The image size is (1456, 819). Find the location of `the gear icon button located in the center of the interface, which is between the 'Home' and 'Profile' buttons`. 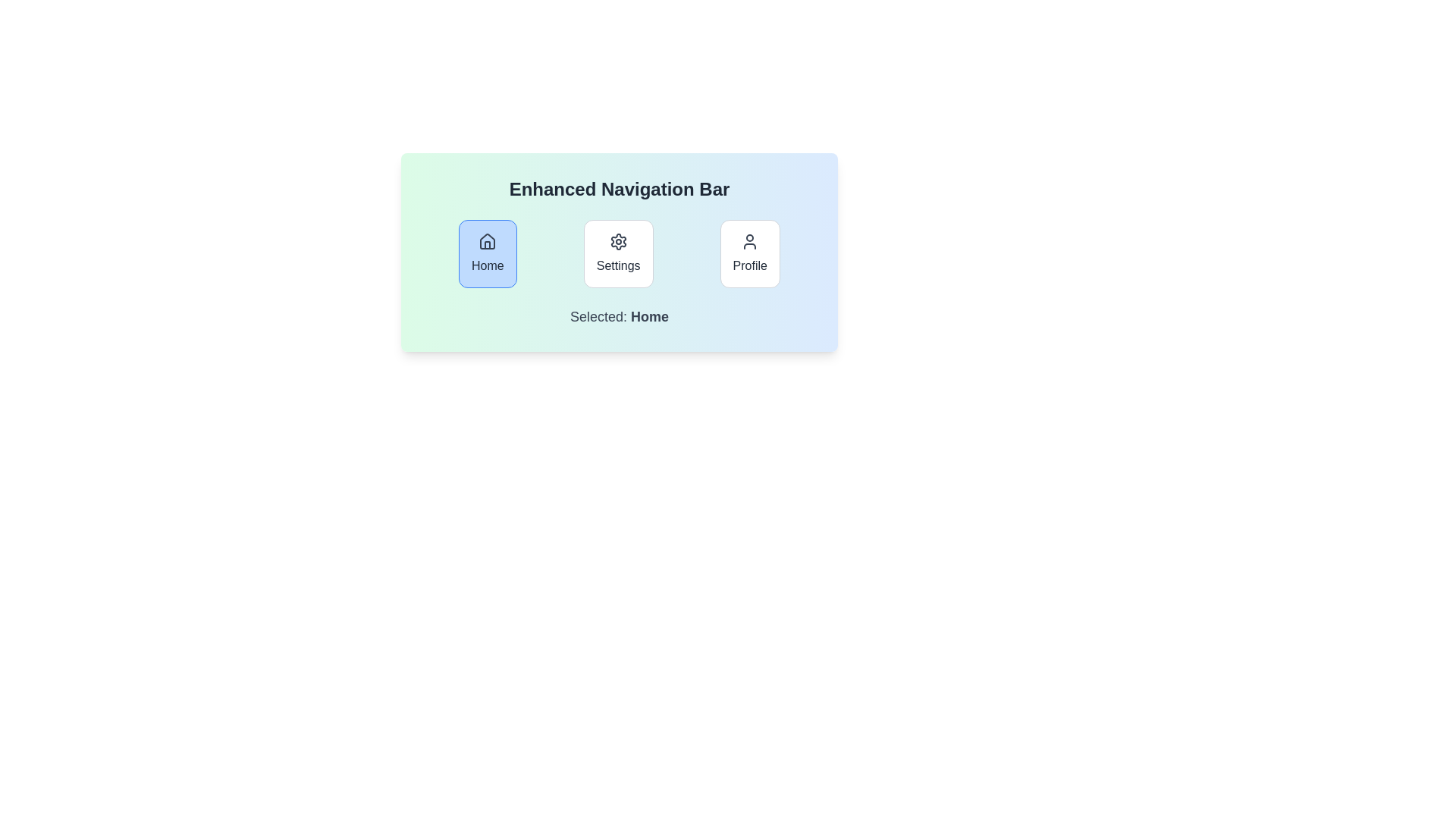

the gear icon button located in the center of the interface, which is between the 'Home' and 'Profile' buttons is located at coordinates (618, 241).